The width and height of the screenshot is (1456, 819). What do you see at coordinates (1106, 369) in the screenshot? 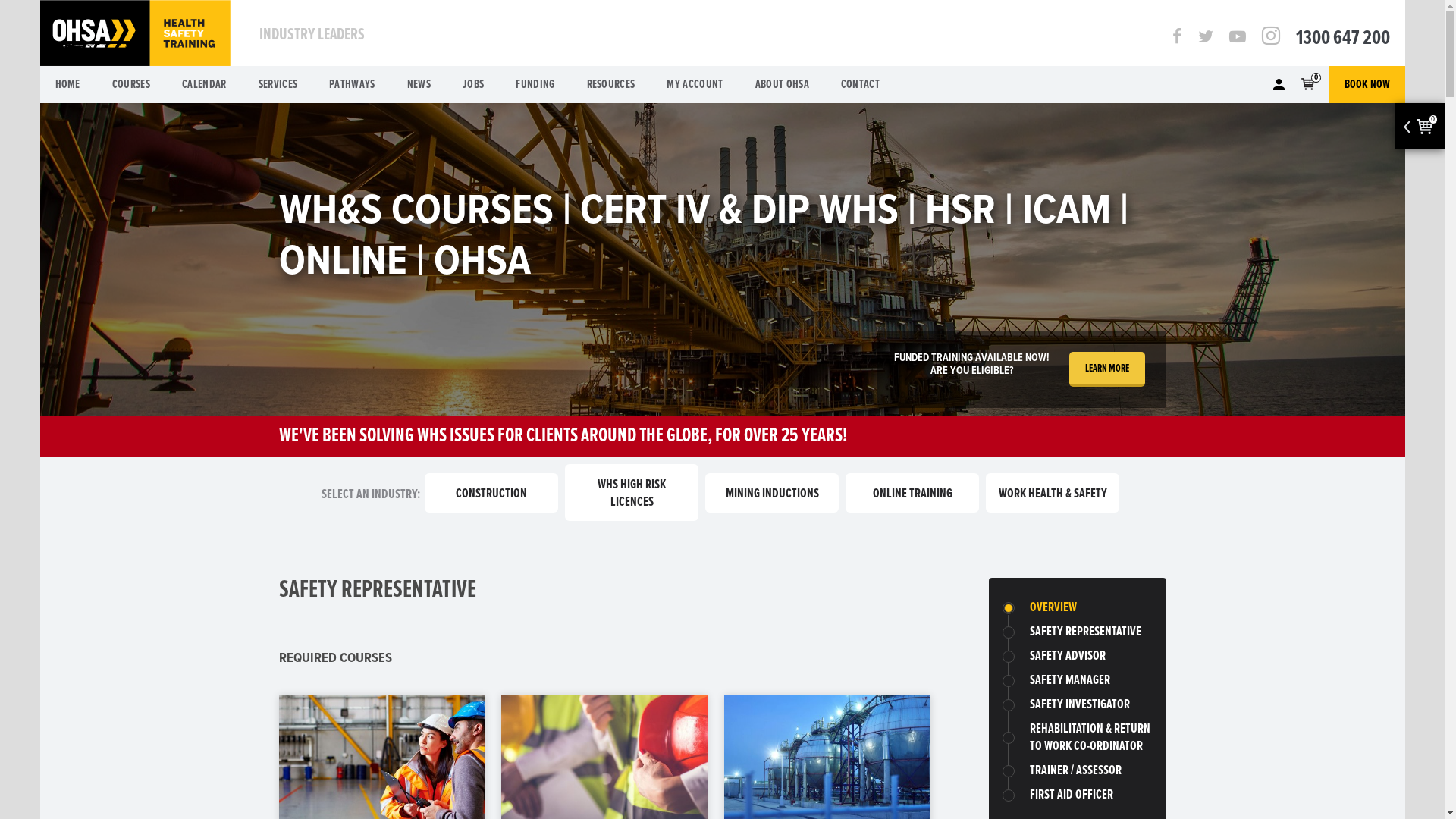
I see `'LEARN MORE'` at bounding box center [1106, 369].